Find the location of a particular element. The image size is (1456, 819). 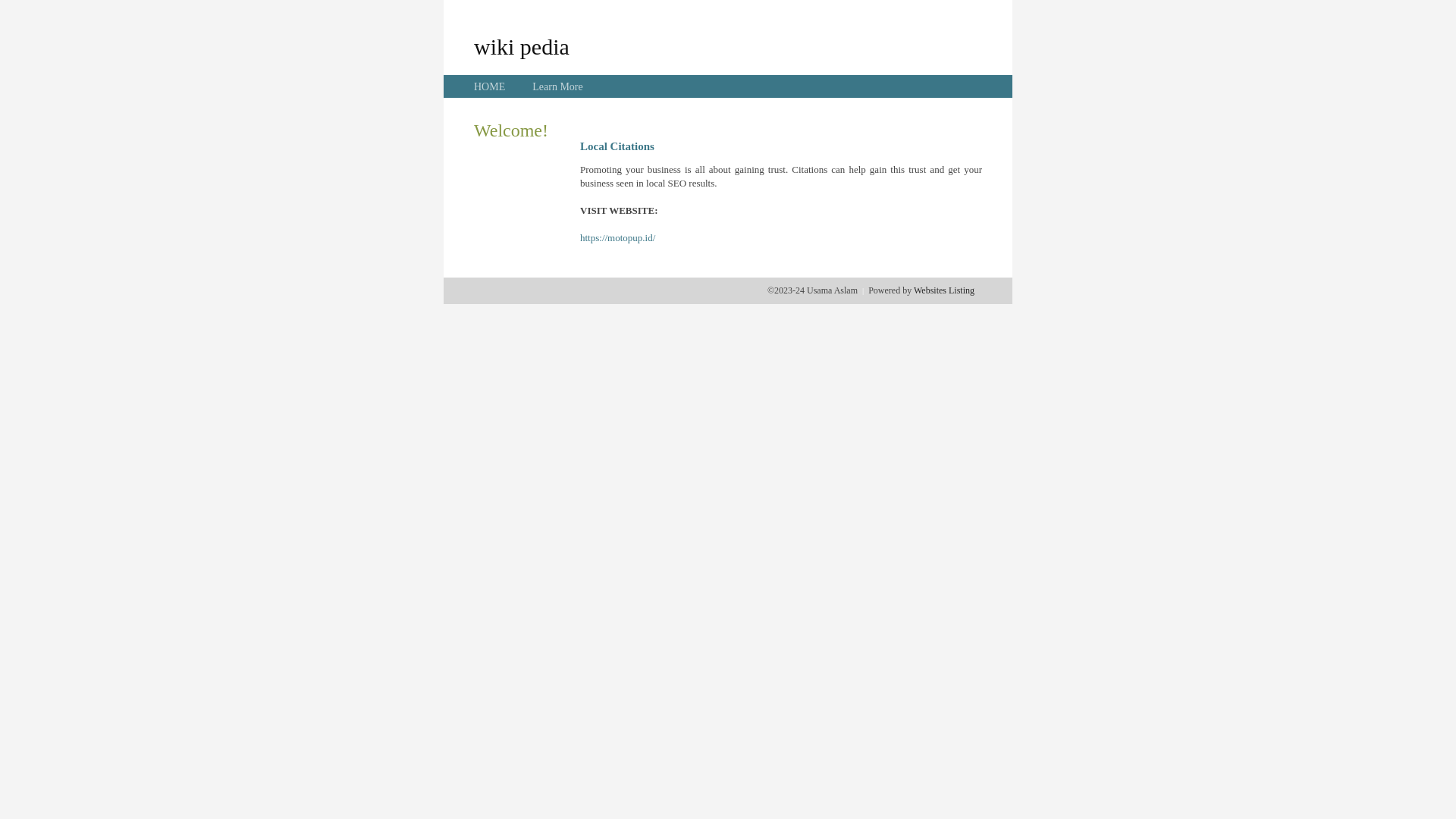

'HOME' is located at coordinates (472, 86).